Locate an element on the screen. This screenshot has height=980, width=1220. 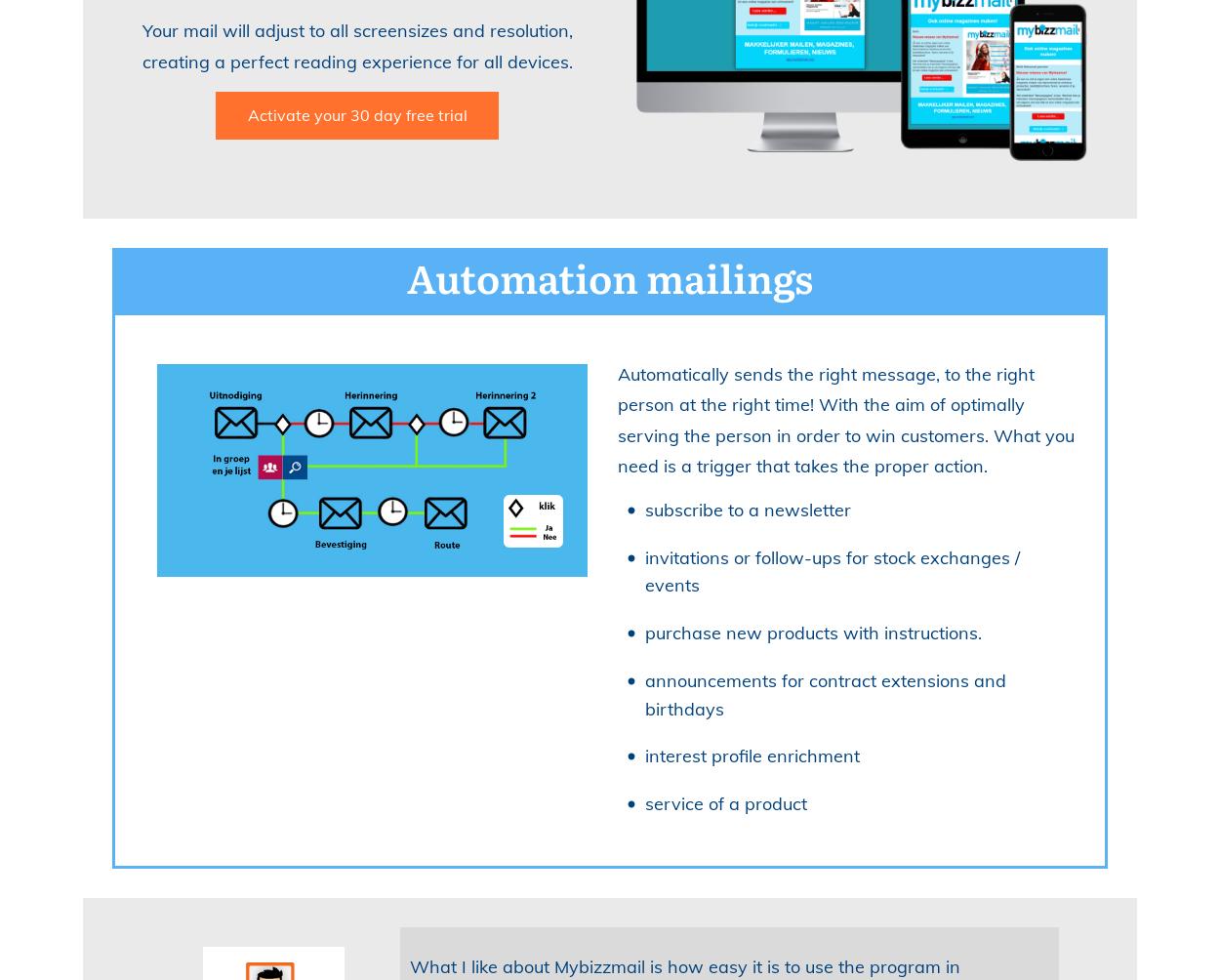
'Automatically sends the right message, to the right person at the right time! With the aim of optimally serving the person in order to win customers. What you need is a trigger that takes the proper action.' is located at coordinates (844, 419).